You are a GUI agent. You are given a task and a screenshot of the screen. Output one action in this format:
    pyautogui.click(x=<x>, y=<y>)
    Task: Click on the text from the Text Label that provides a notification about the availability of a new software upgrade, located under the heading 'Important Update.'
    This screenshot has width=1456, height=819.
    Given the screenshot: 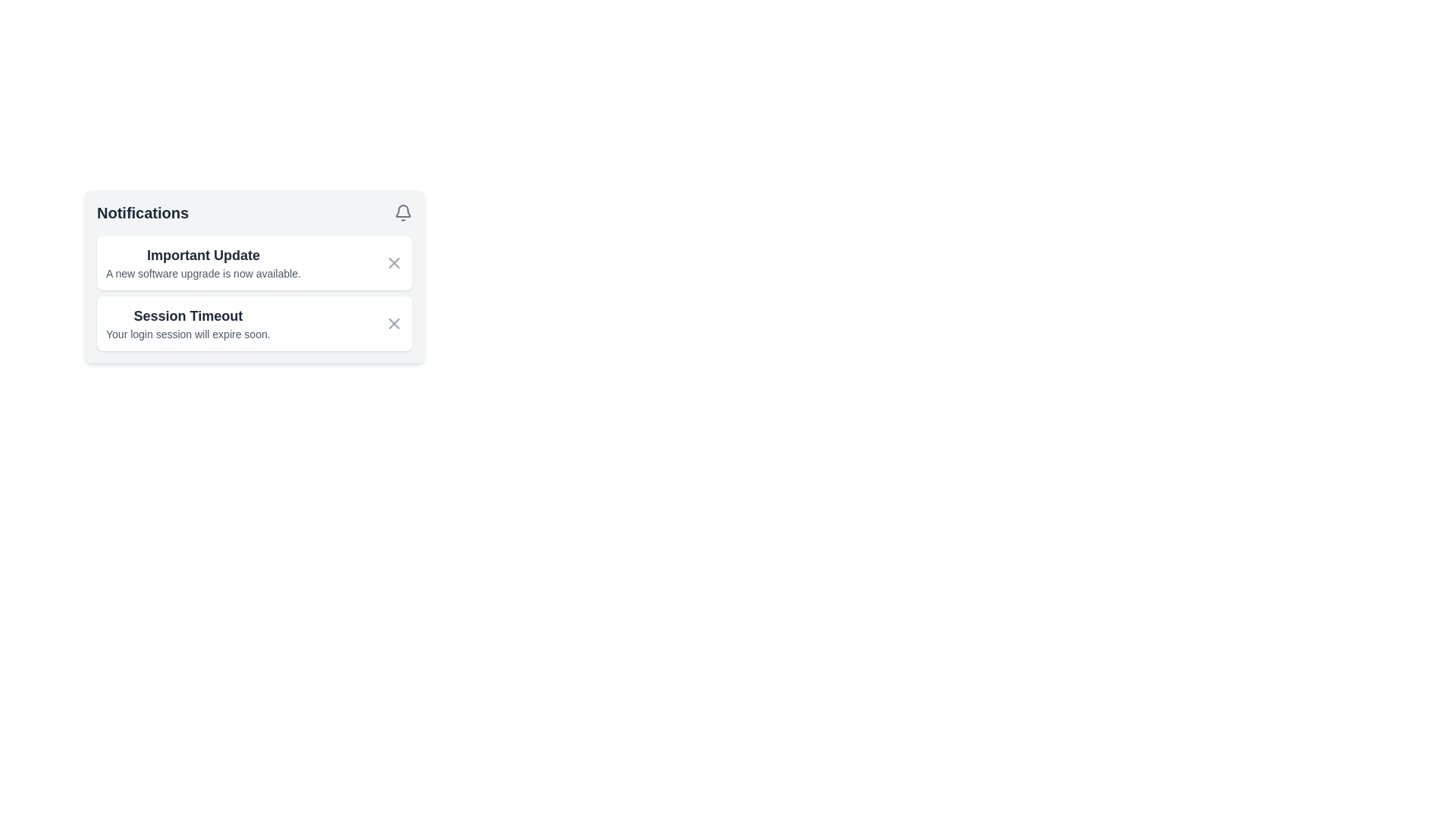 What is the action you would take?
    pyautogui.click(x=202, y=274)
    